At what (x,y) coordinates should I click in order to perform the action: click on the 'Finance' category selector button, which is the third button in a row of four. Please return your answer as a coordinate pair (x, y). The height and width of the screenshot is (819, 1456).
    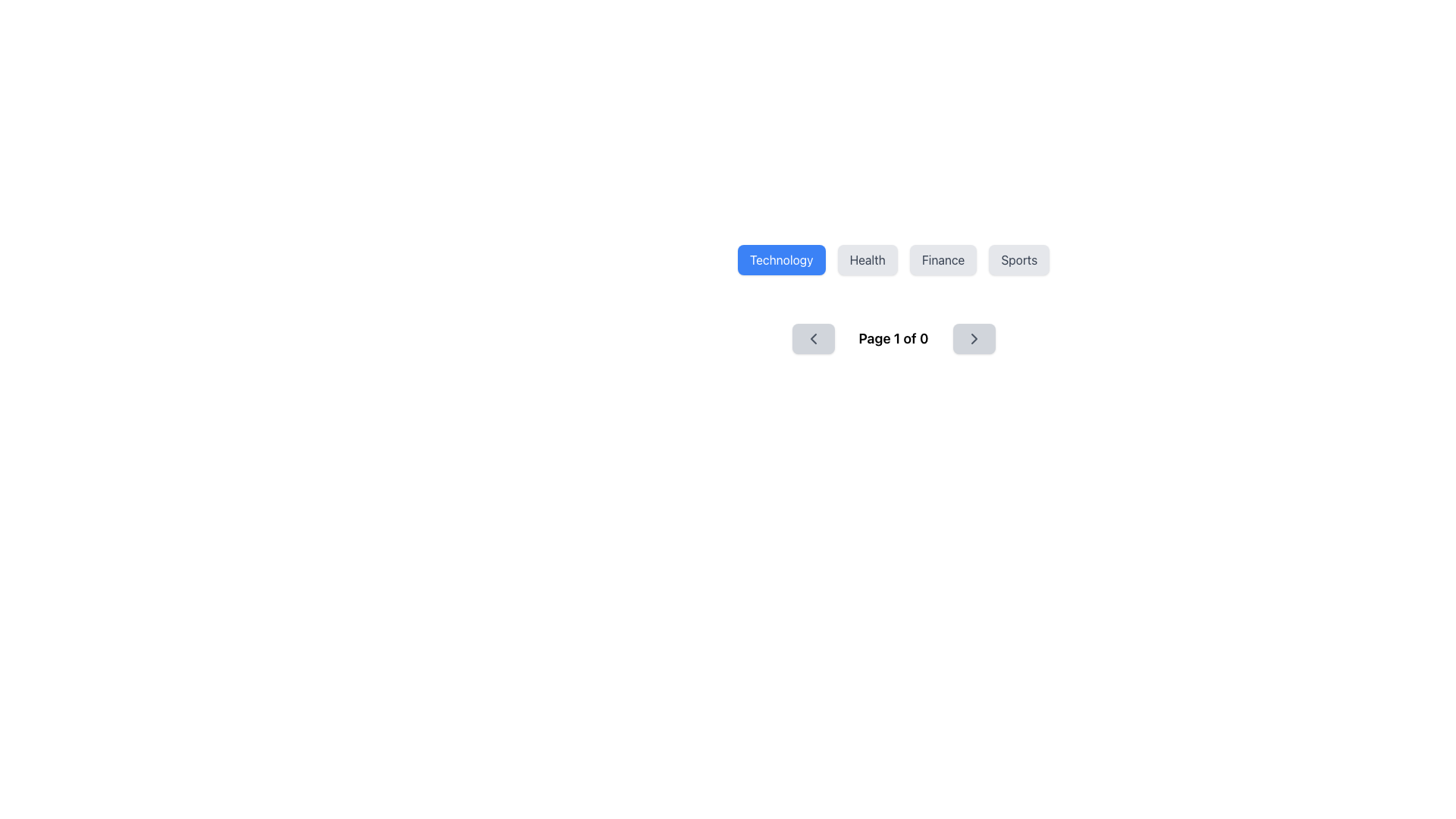
    Looking at the image, I should click on (942, 259).